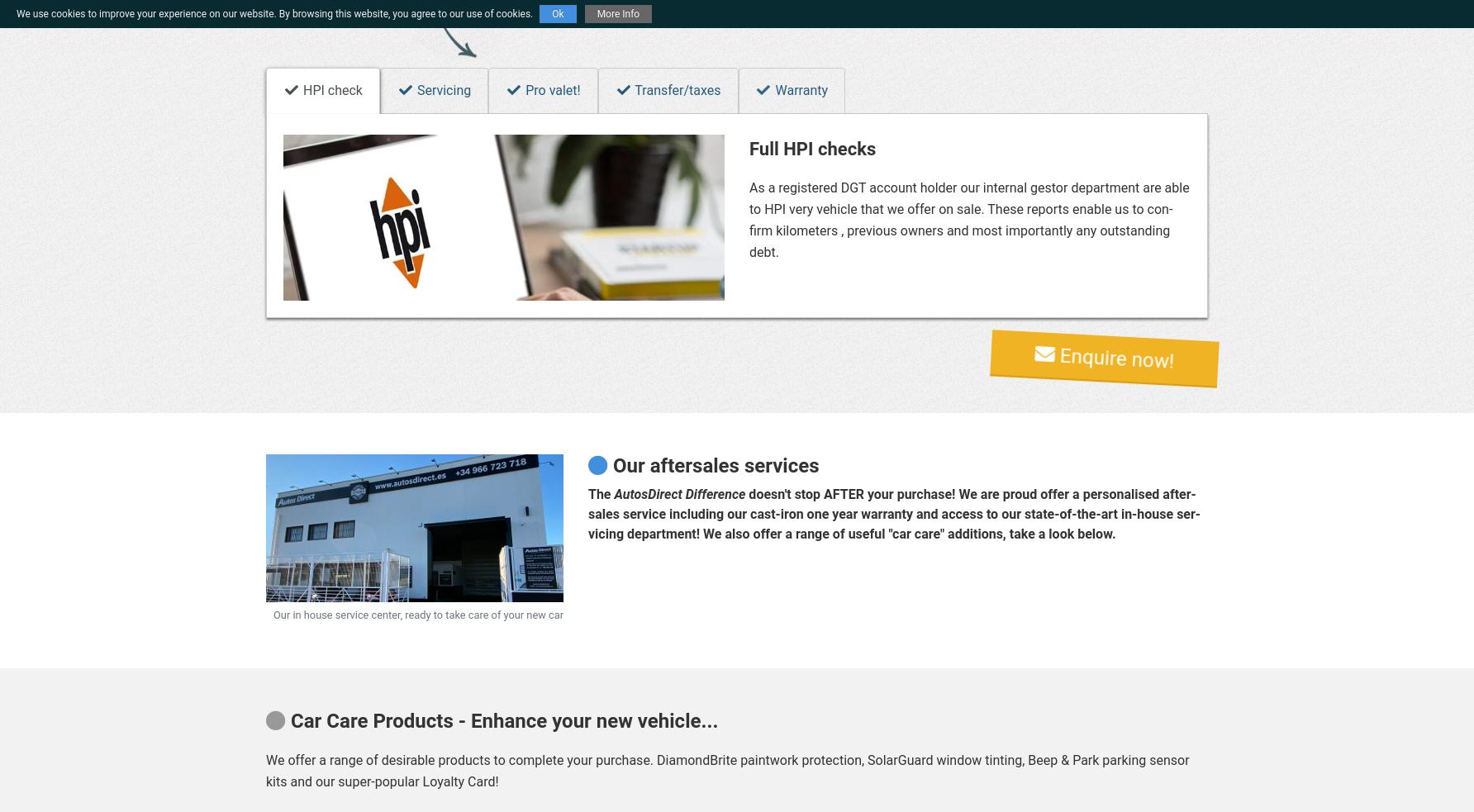 The width and height of the screenshot is (1474, 812). What do you see at coordinates (299, 89) in the screenshot?
I see `'HPI check'` at bounding box center [299, 89].